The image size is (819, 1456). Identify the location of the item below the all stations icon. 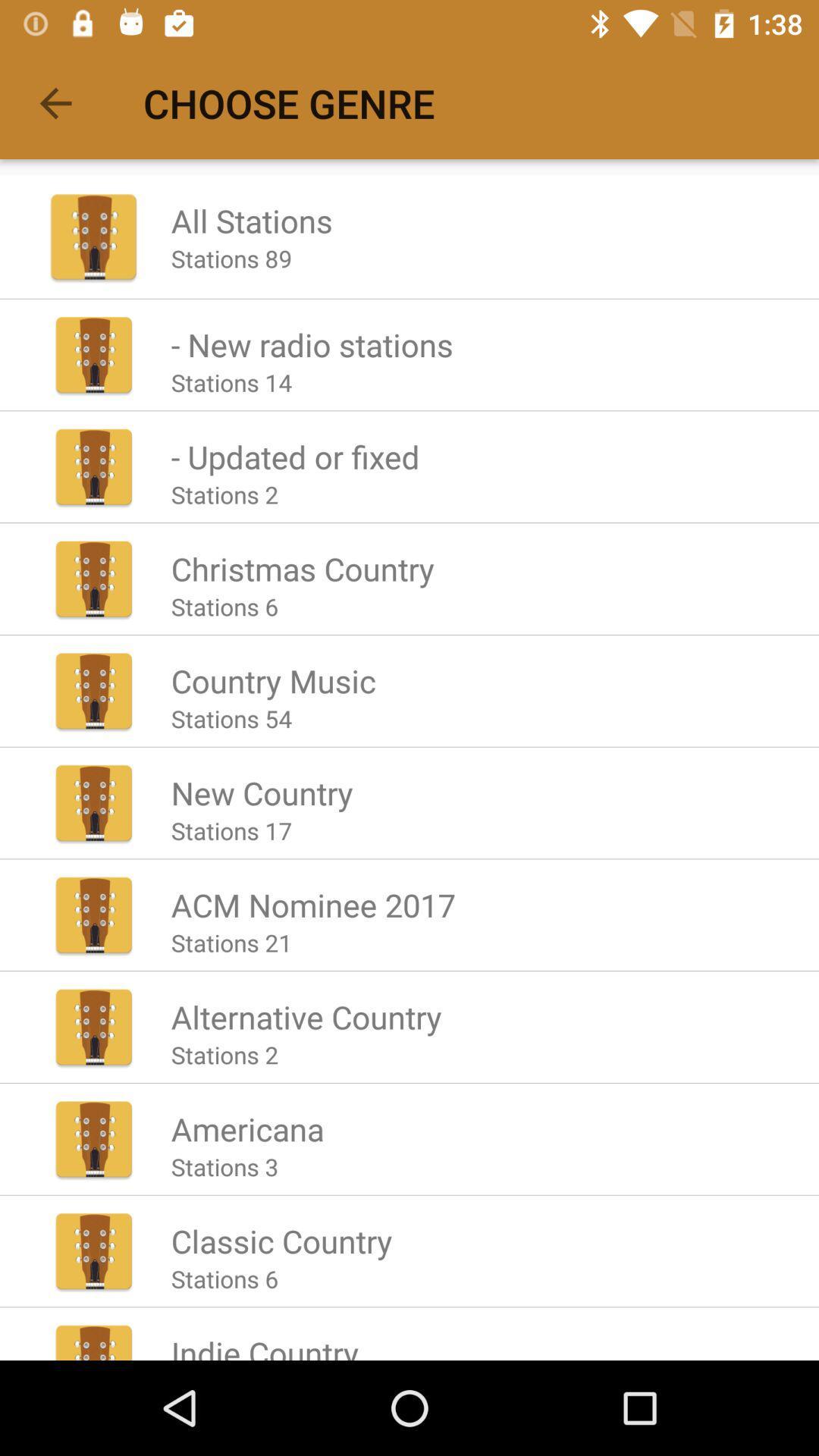
(231, 258).